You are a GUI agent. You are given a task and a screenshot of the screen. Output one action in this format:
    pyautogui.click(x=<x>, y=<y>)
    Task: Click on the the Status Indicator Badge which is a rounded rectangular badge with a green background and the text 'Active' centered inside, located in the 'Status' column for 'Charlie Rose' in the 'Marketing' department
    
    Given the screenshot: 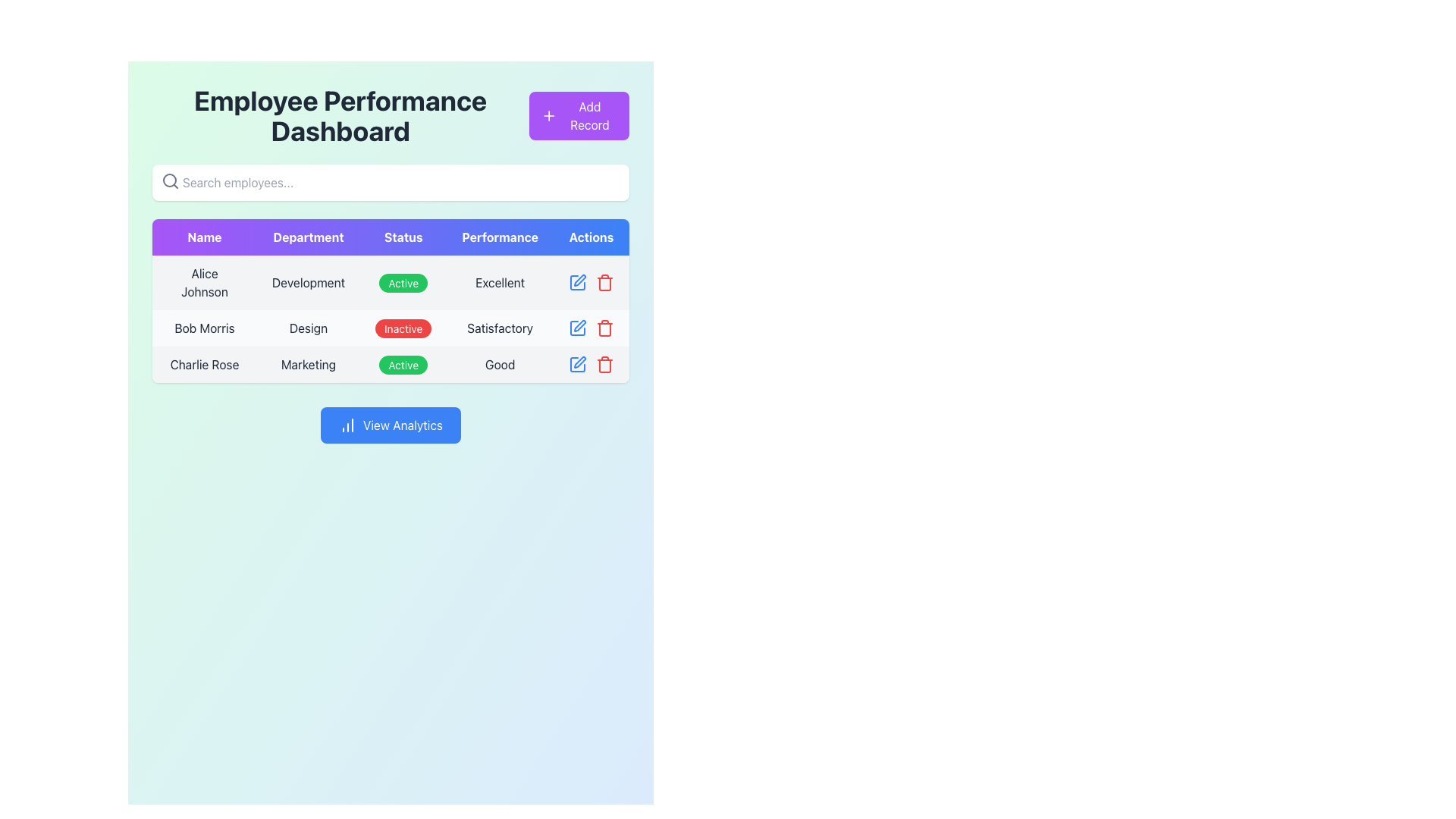 What is the action you would take?
    pyautogui.click(x=403, y=365)
    